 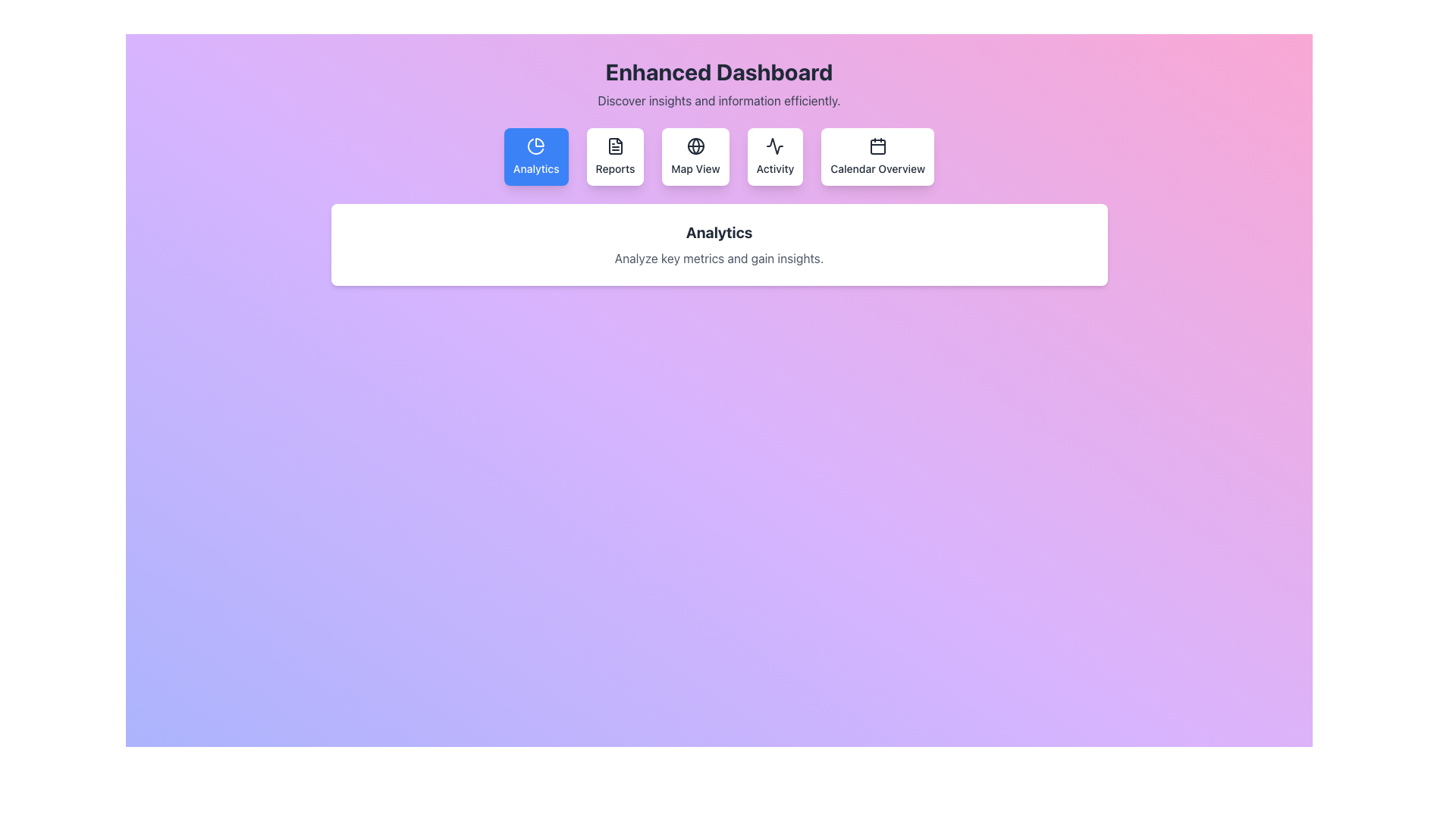 I want to click on the text block containing the header 'Analytics' and subheader 'Analyze key metrics and gain insights', which is centered within a white background box beneath a row of navigation icons, so click(x=718, y=244).